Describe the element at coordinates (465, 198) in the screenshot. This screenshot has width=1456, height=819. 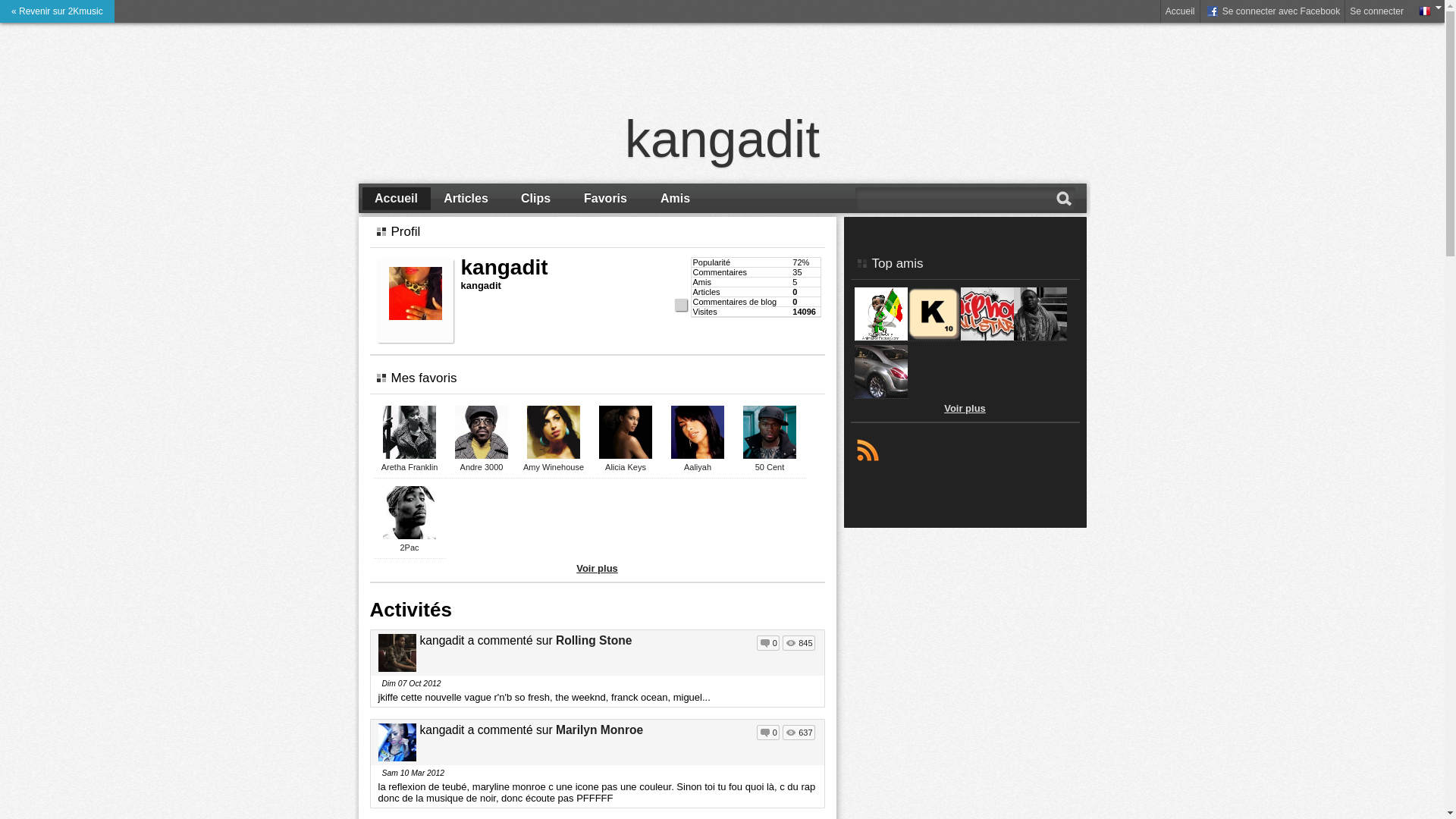
I see `'Articles'` at that location.